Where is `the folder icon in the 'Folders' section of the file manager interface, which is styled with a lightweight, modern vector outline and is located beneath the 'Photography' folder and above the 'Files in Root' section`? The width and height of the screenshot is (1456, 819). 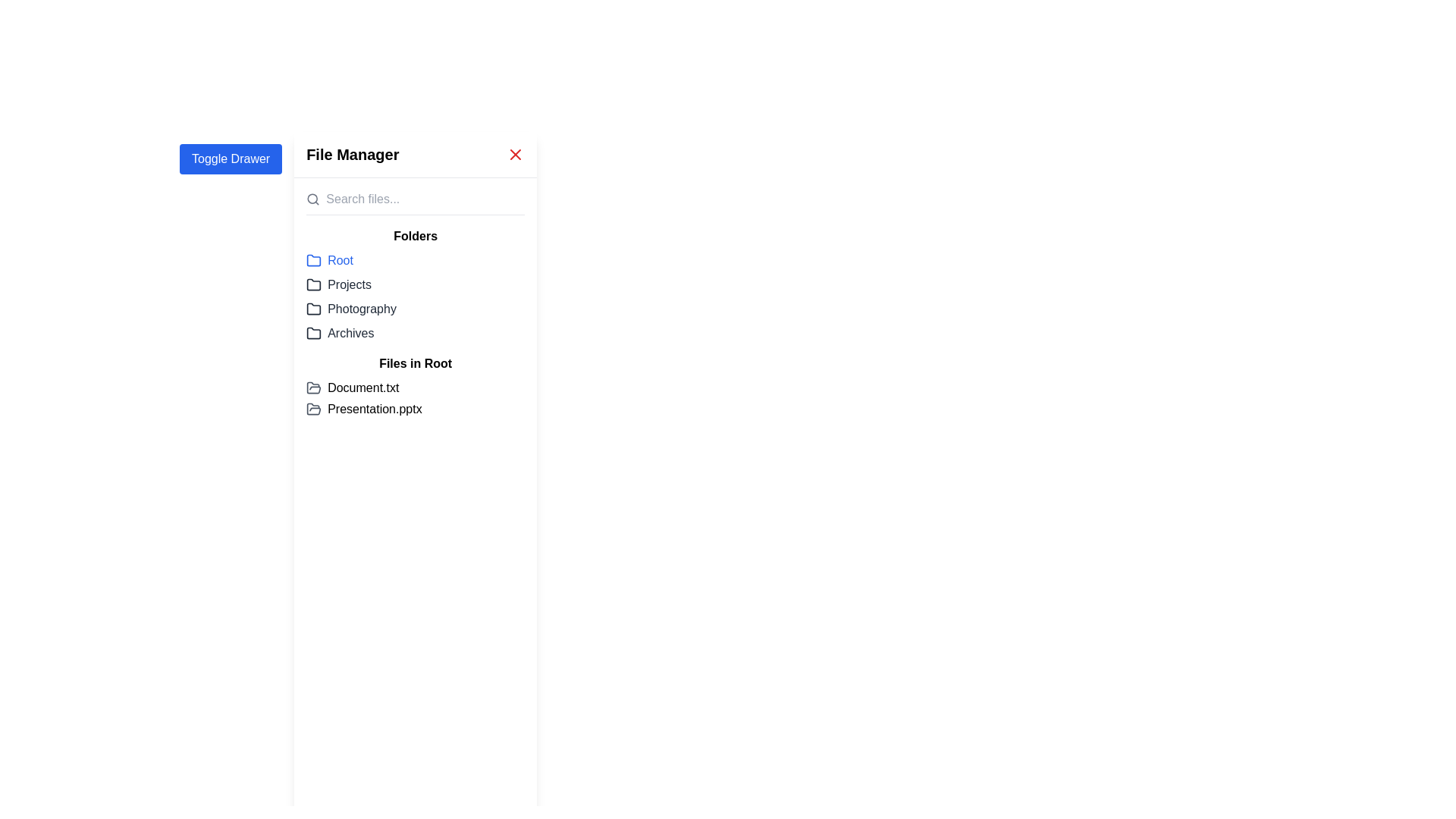 the folder icon in the 'Folders' section of the file manager interface, which is styled with a lightweight, modern vector outline and is located beneath the 'Photography' folder and above the 'Files in Root' section is located at coordinates (313, 332).